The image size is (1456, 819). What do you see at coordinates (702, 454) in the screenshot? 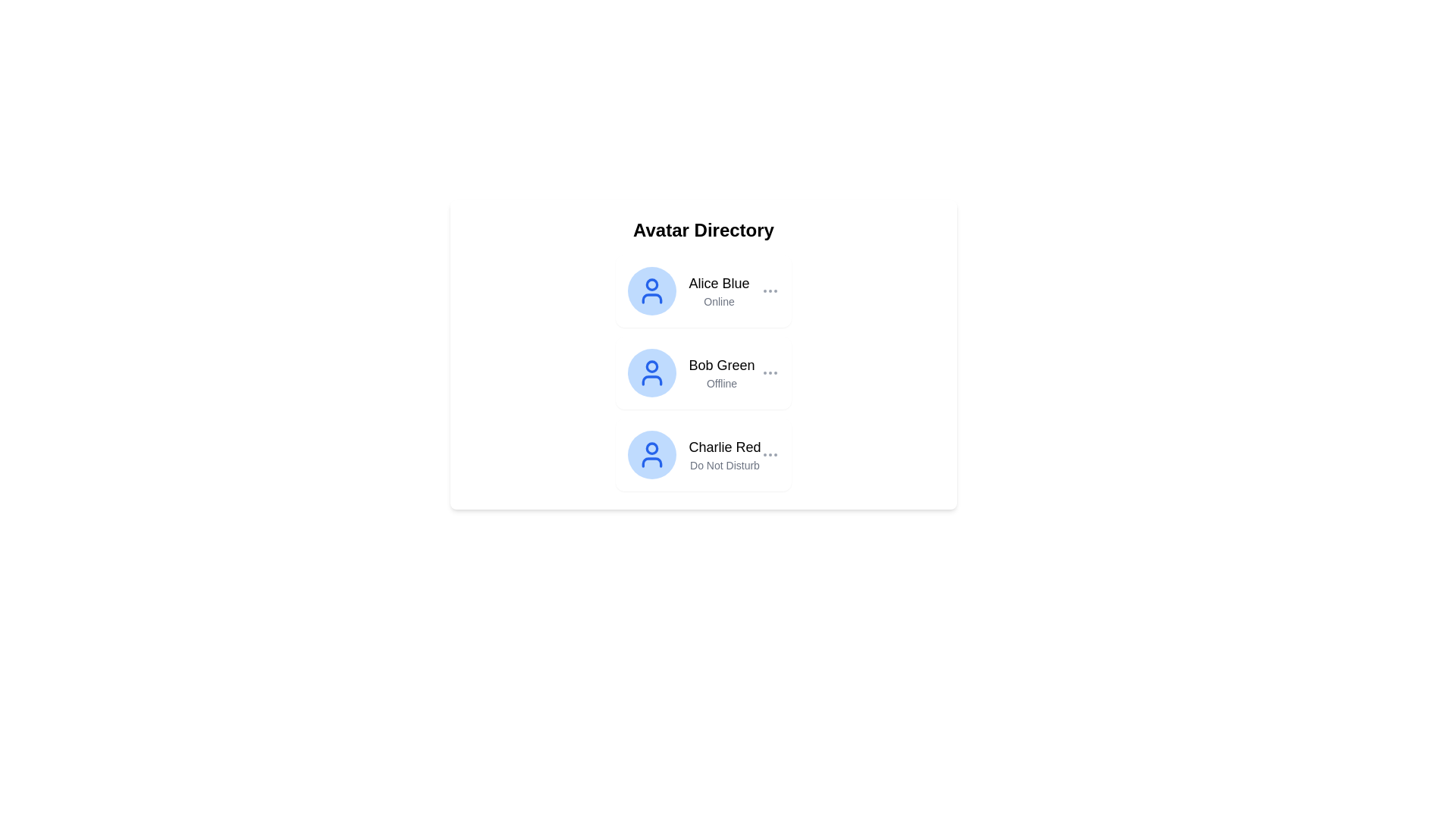
I see `the third user profile entry in the Avatar Directory list` at bounding box center [702, 454].